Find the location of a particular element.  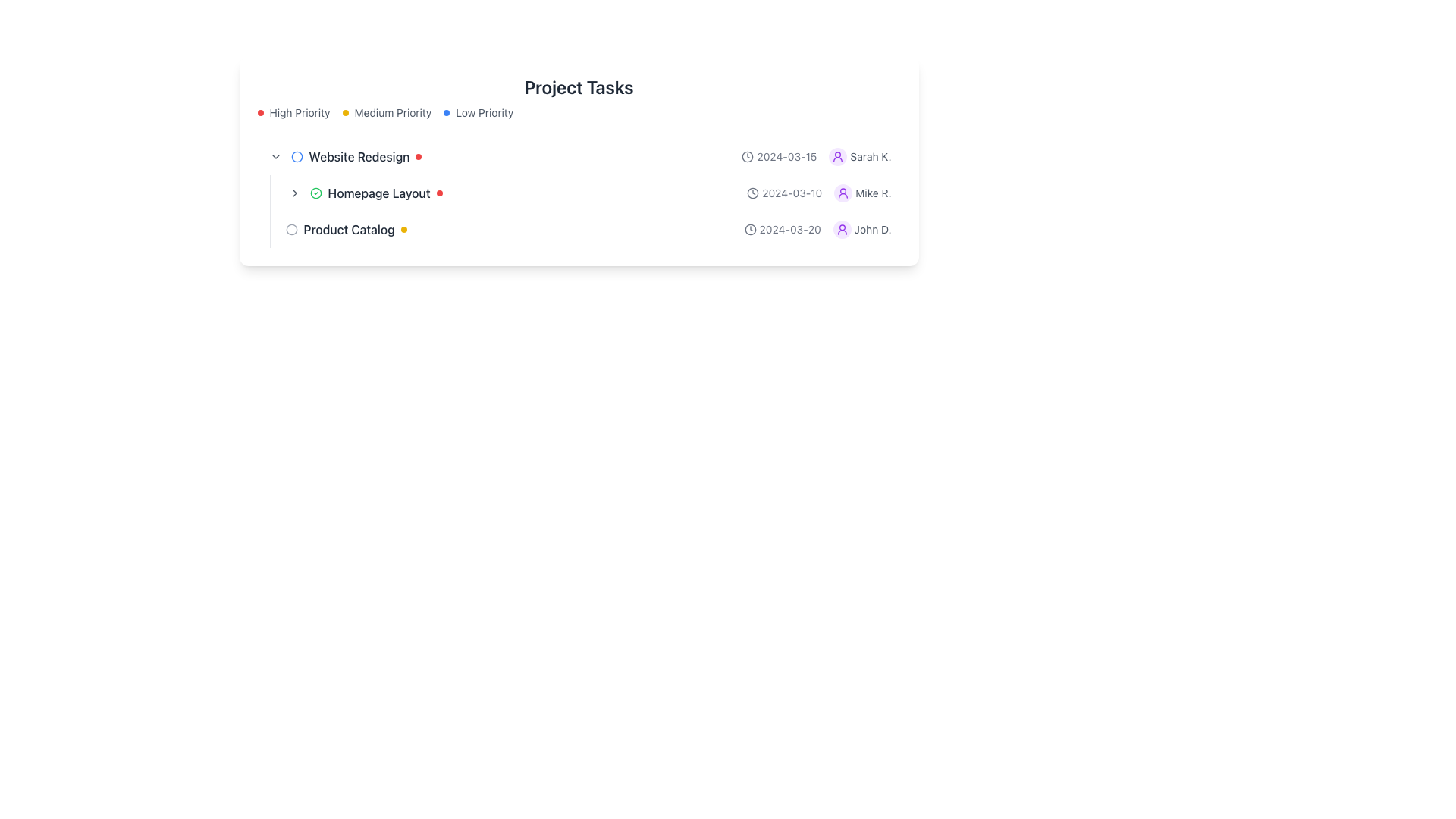

the visual indicator icon that signals the completion of the 'Homepage Layout' task, located to the left of its label is located at coordinates (315, 192).